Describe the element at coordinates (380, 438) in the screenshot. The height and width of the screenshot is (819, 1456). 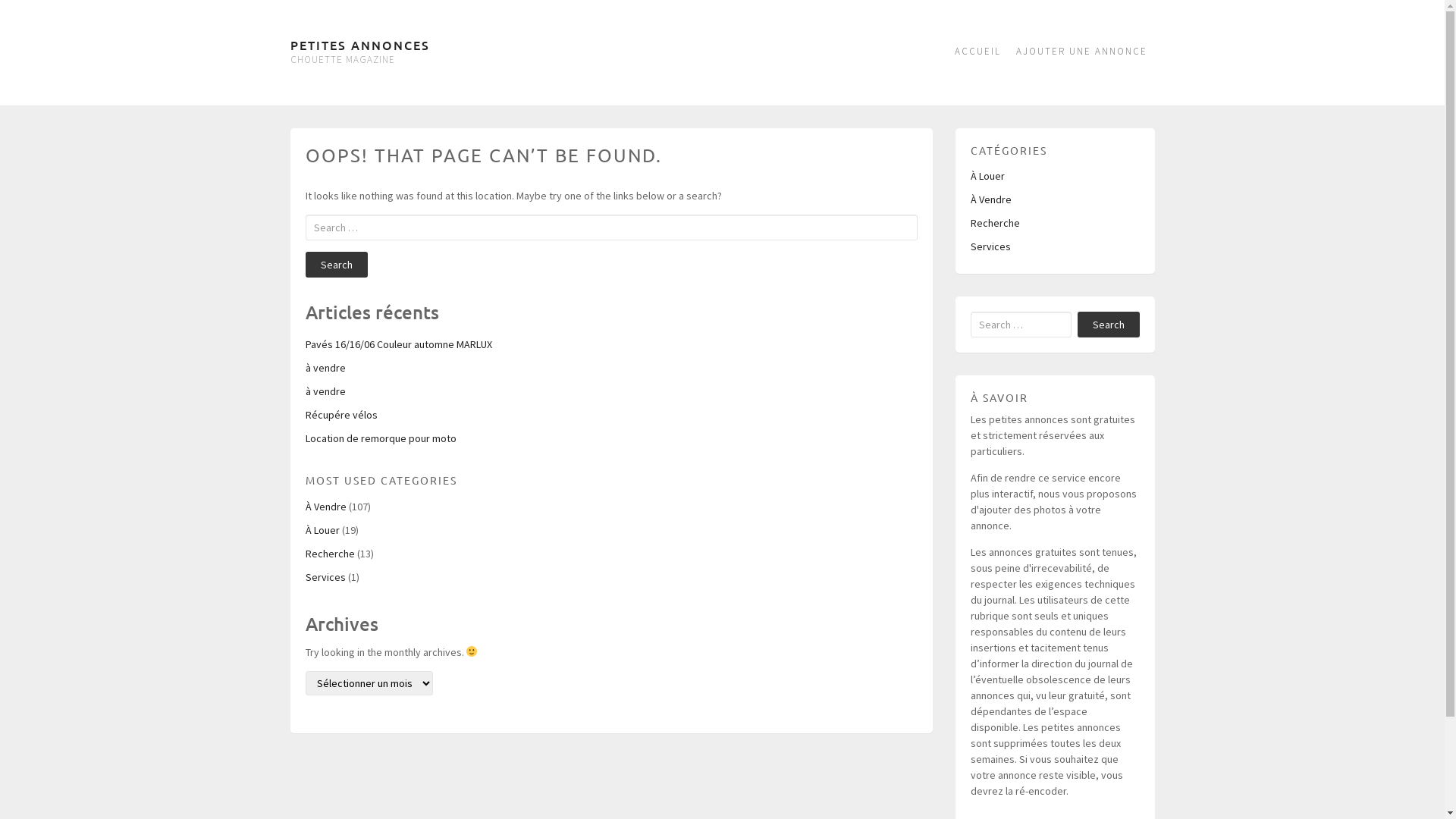
I see `'Location de remorque pour moto'` at that location.